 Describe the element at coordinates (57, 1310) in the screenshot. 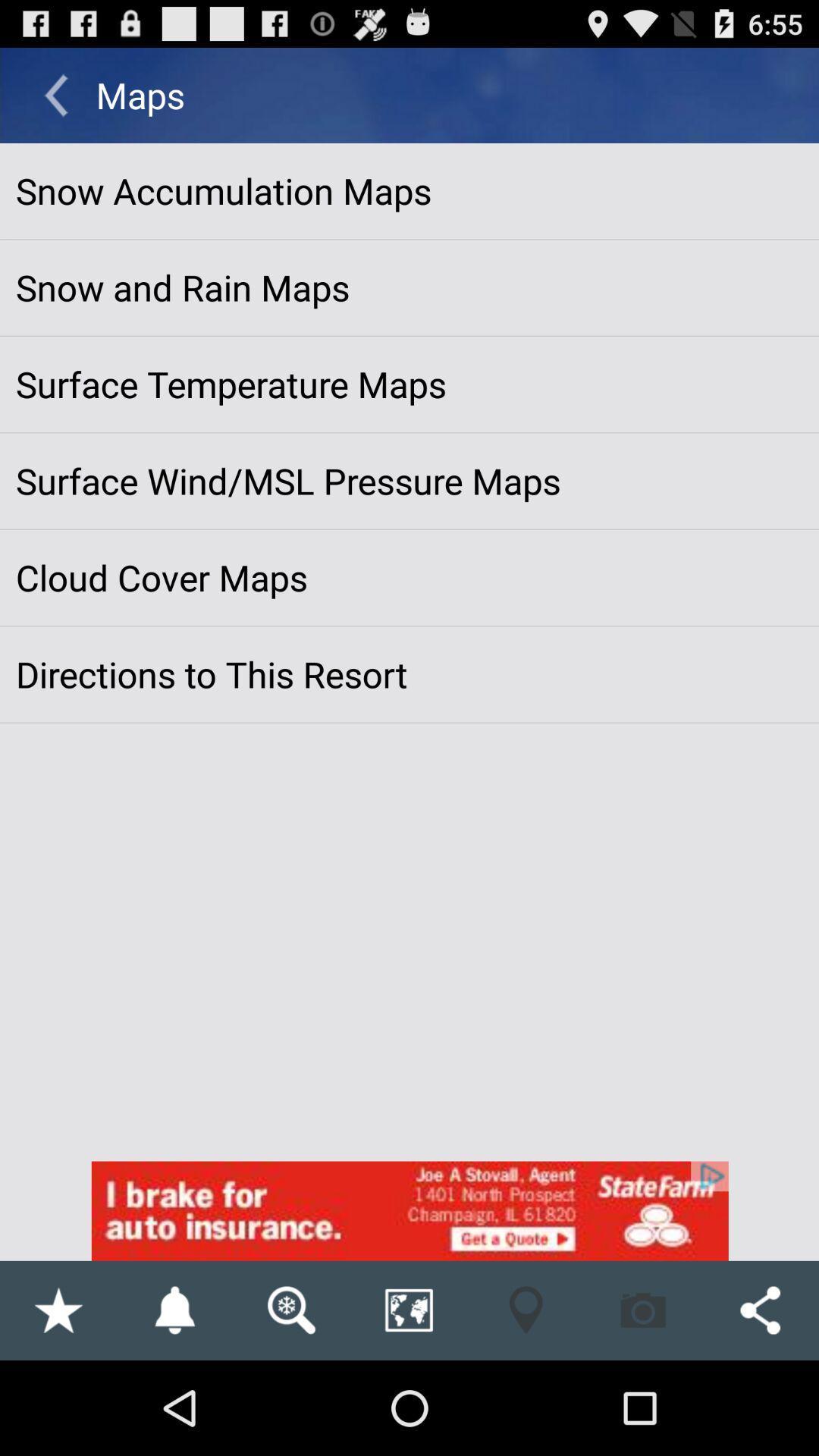

I see `favorites section` at that location.